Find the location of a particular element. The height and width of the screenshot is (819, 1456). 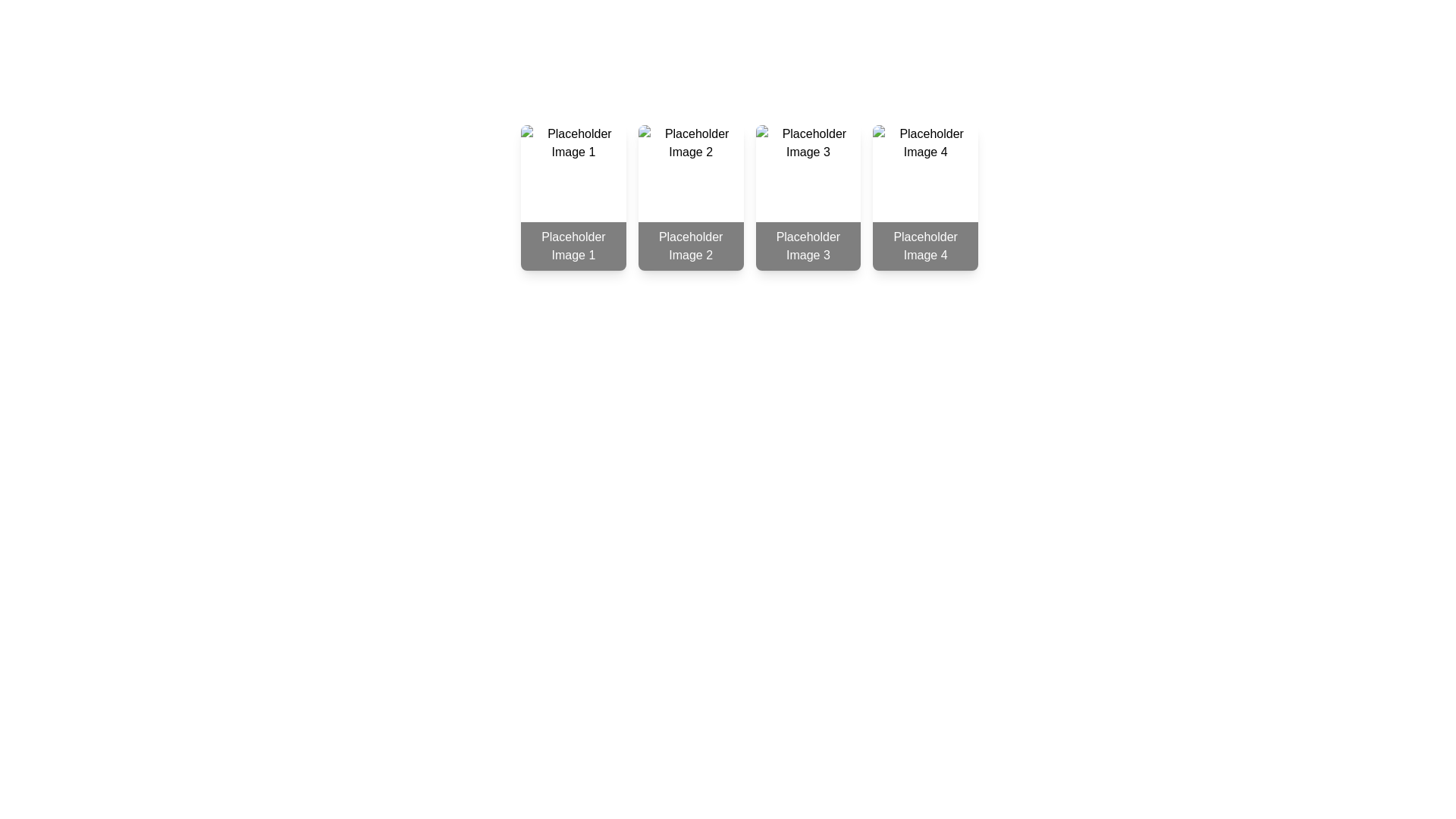

text of the informational label titled 'Placeholder Image 2', located at the bottom of the second card from the left in a row of four cards, spanning the full width beneath an image placeholder is located at coordinates (690, 245).